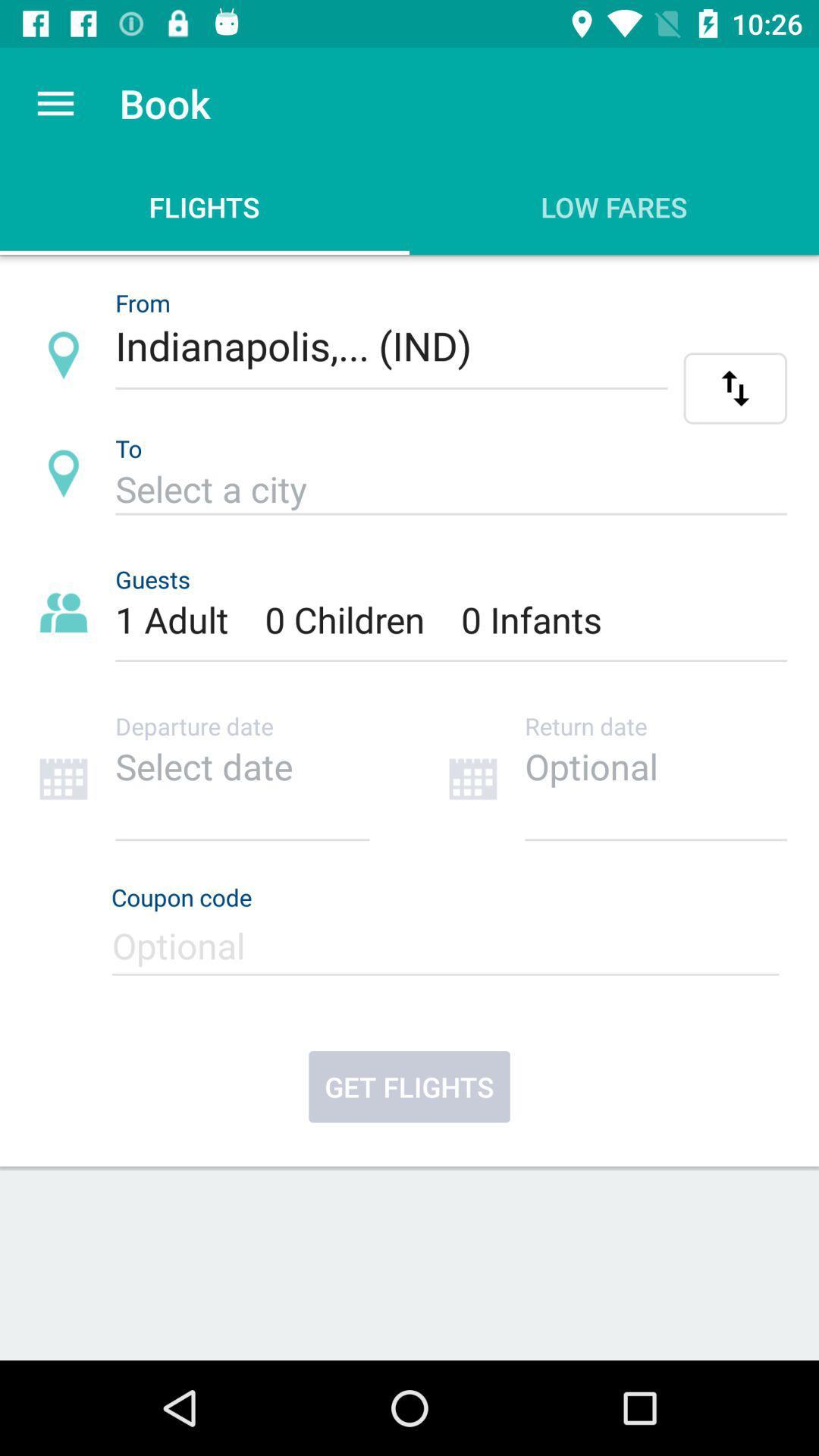  What do you see at coordinates (448, 951) in the screenshot?
I see `coupon code` at bounding box center [448, 951].